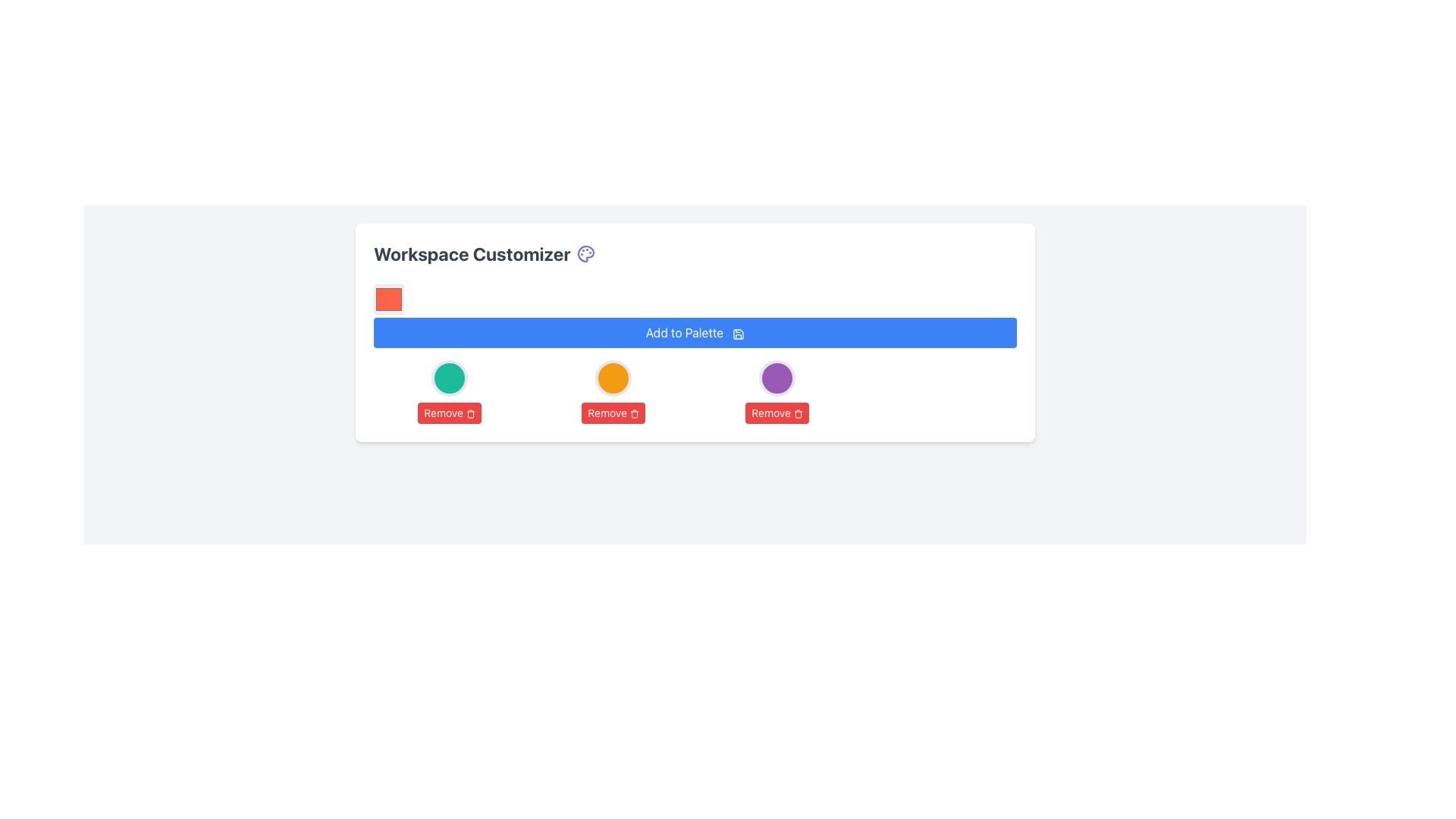 Image resolution: width=1456 pixels, height=819 pixels. I want to click on the third circular visual marker with a rich purple fill color and a white border, which is aligned to the right of its neighboring elements, so click(777, 377).